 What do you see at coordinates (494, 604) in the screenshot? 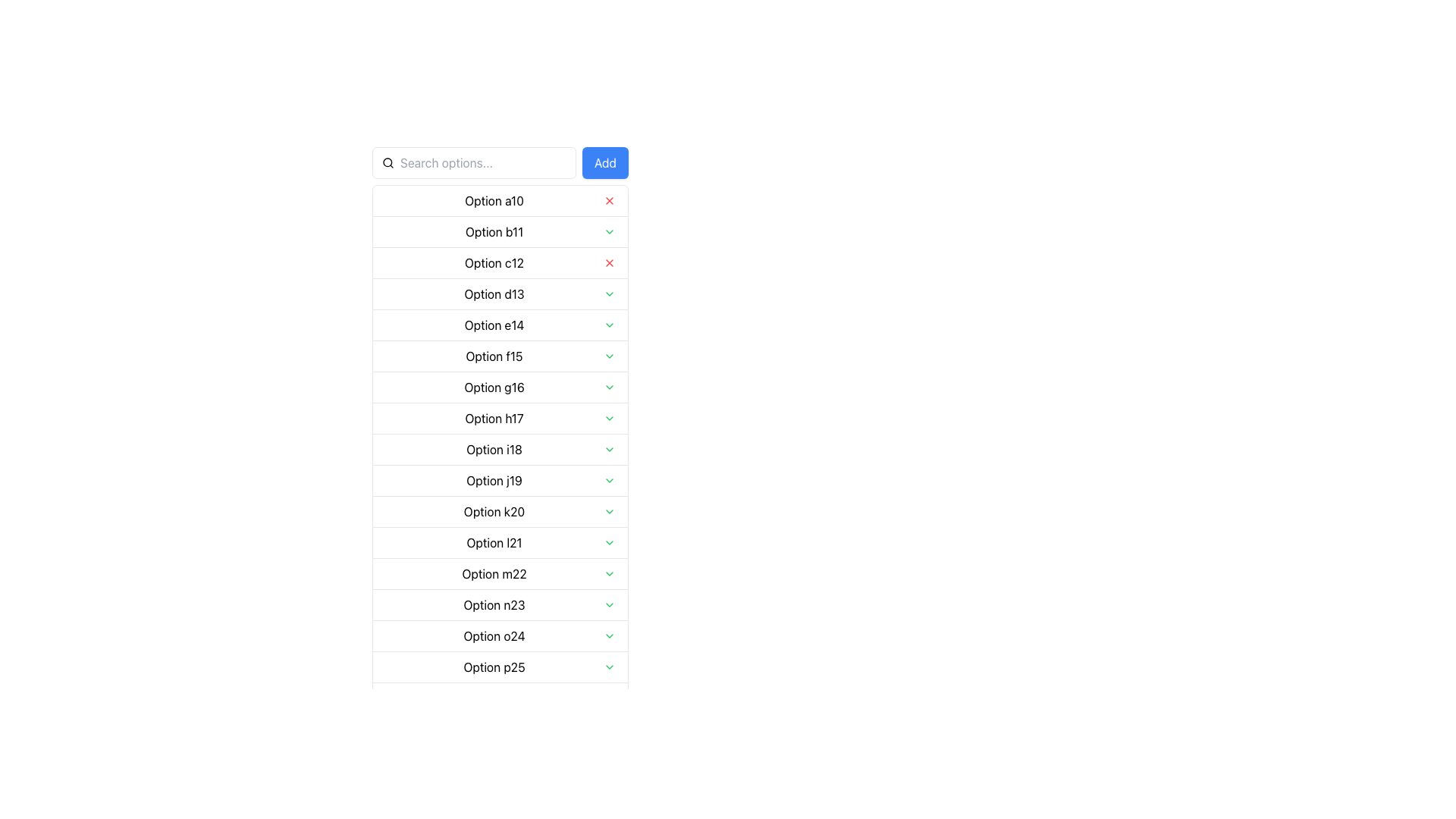
I see `the text label that identifies the option in the interactive row labeled 'Option n23'` at bounding box center [494, 604].